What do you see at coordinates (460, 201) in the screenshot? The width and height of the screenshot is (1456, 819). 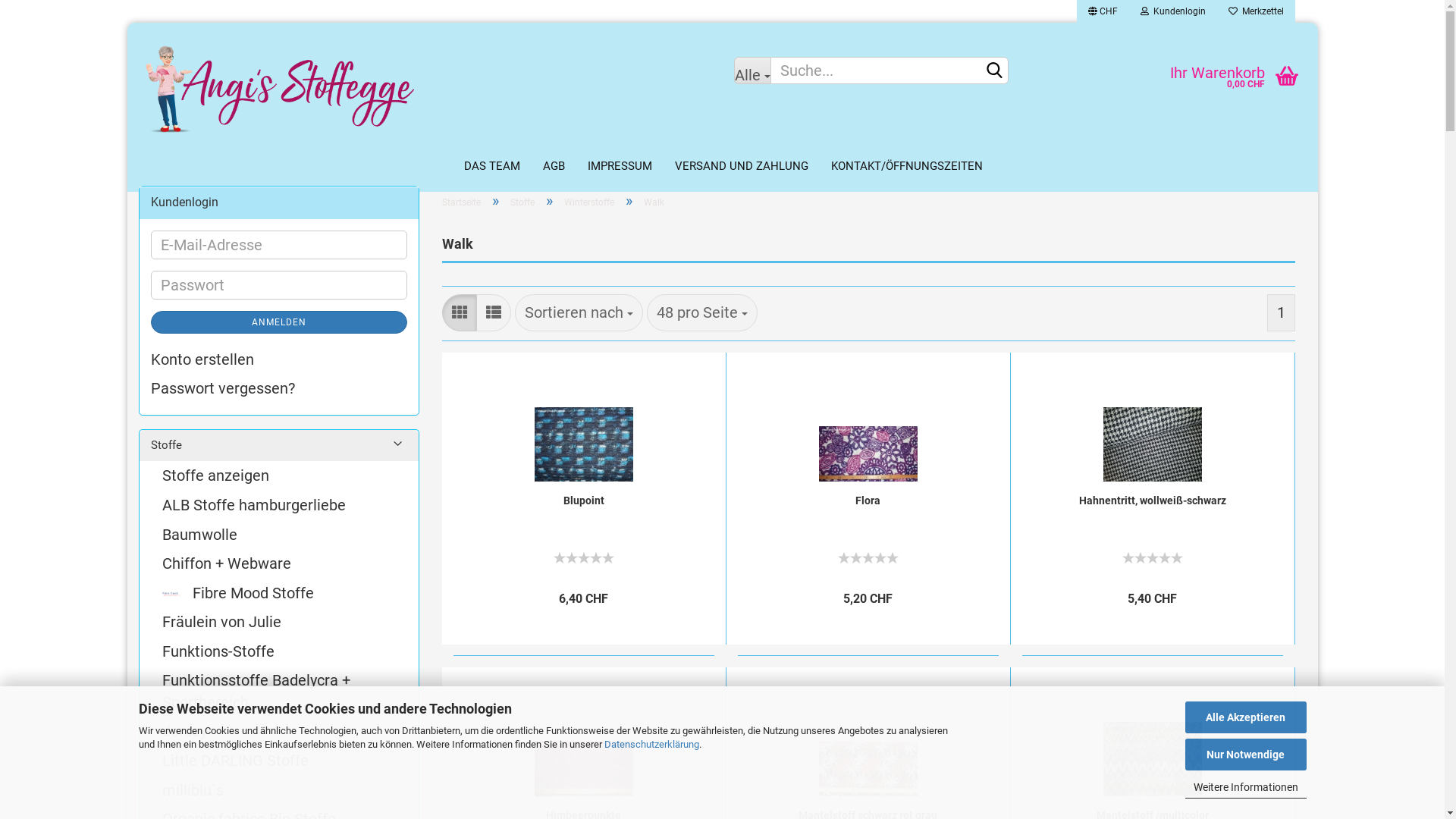 I see `'Startseite'` at bounding box center [460, 201].